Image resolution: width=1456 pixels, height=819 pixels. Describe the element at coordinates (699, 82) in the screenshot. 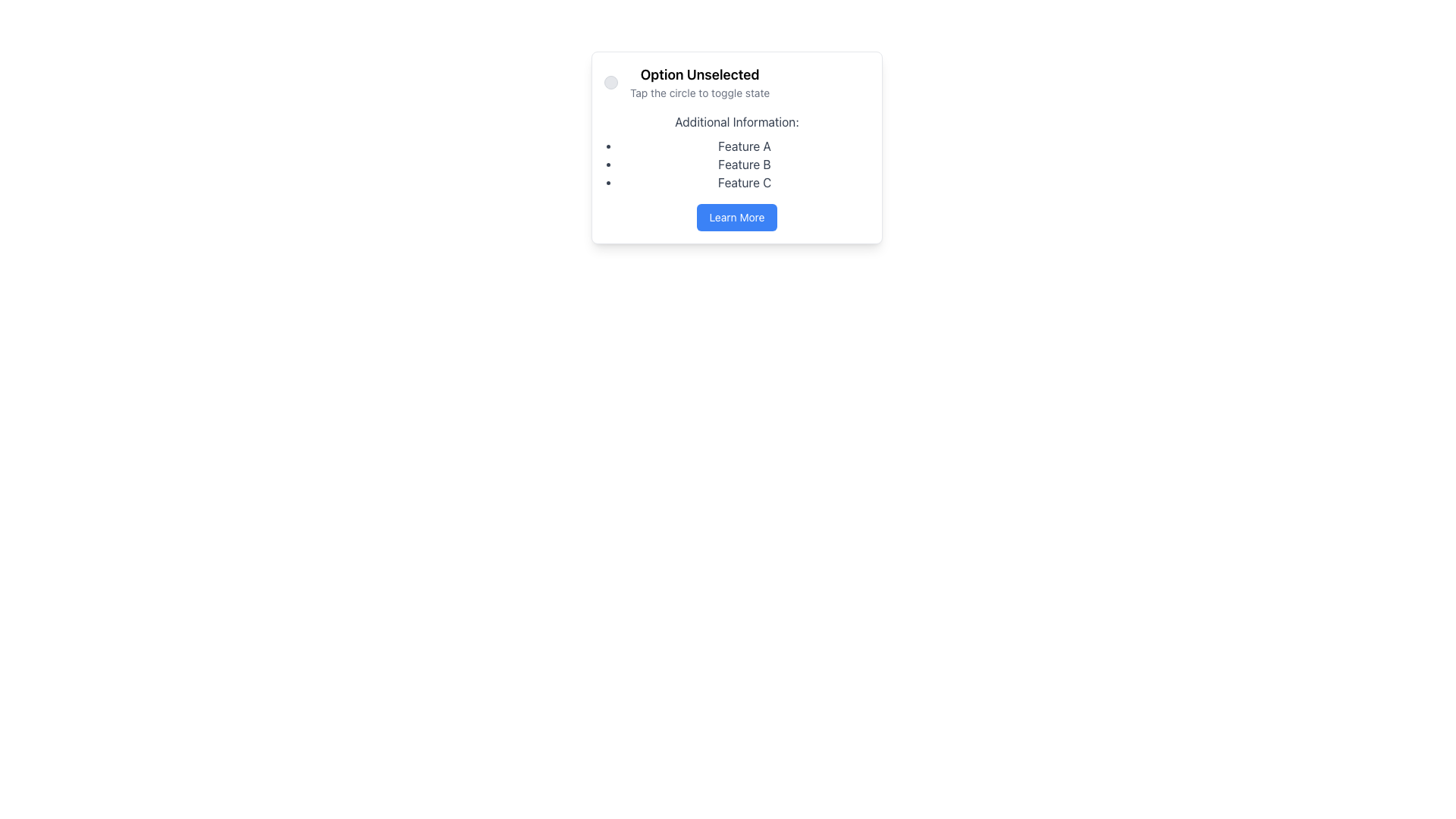

I see `the informative text display that indicates the current state as 'Option Unselected' and provides instructions for interaction, located in the upper half of the card interface, adjacent to the interactive toggle circle` at that location.